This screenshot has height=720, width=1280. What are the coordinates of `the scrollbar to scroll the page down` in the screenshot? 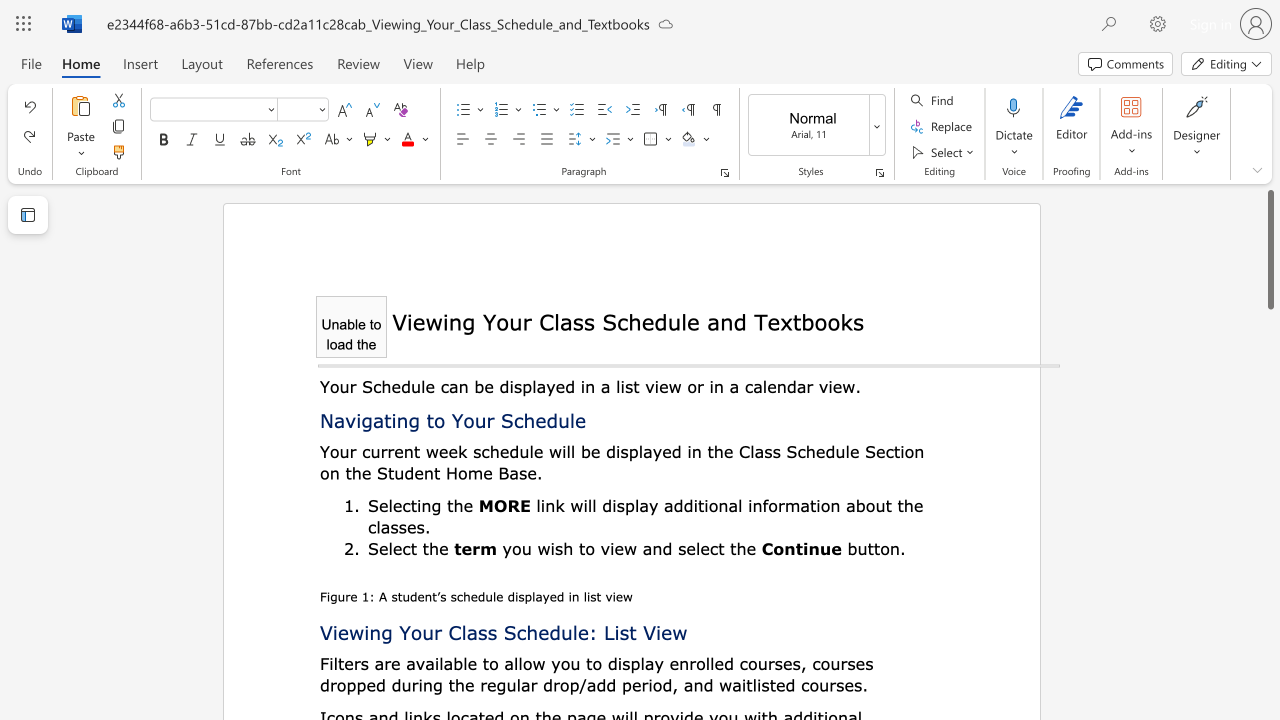 It's located at (1269, 450).